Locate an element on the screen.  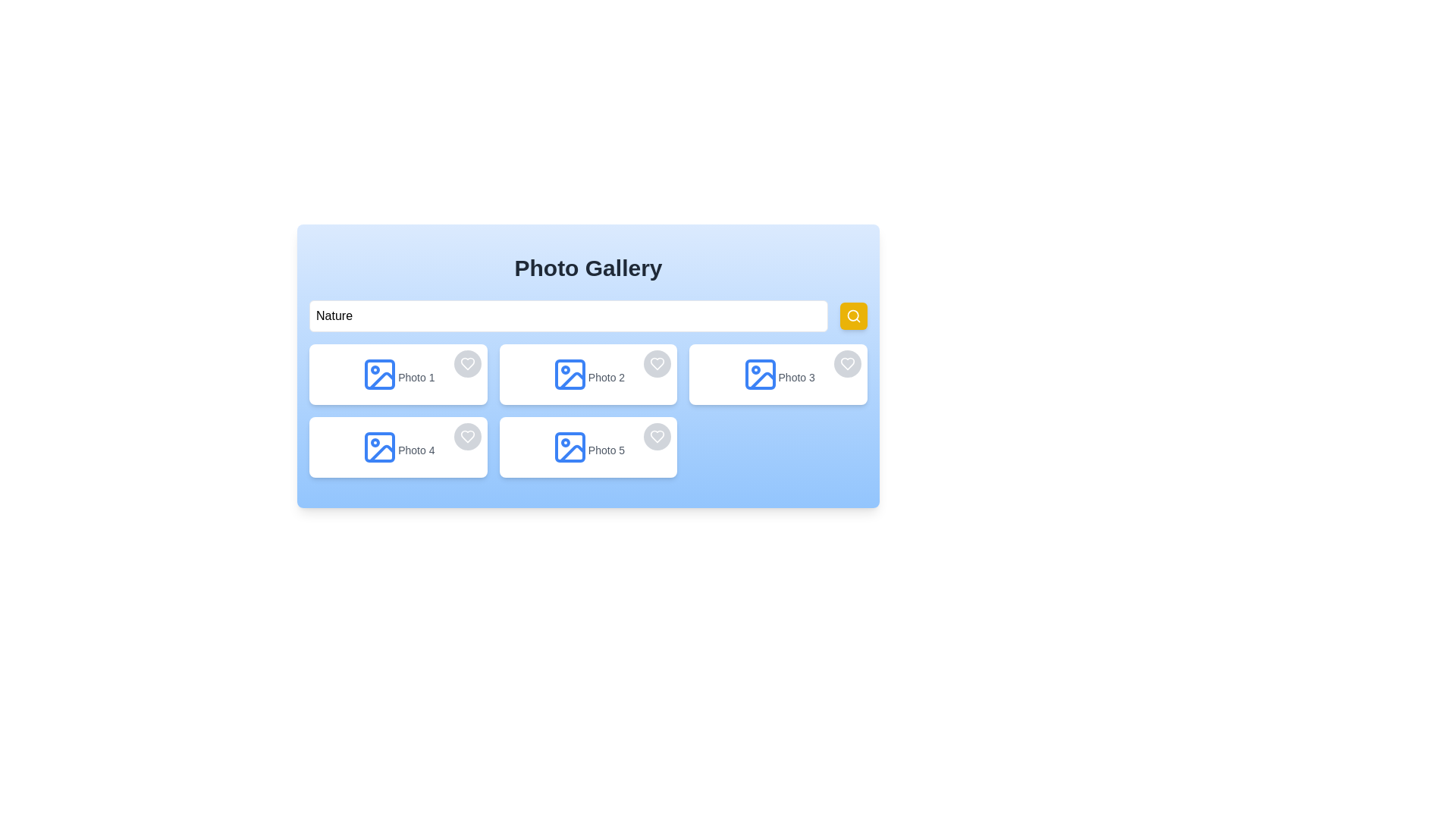
the decorative SVG rounded rectangle subcomponent of the image placeholder for 'Photo 2' located at the top-left corner of the icon is located at coordinates (569, 374).